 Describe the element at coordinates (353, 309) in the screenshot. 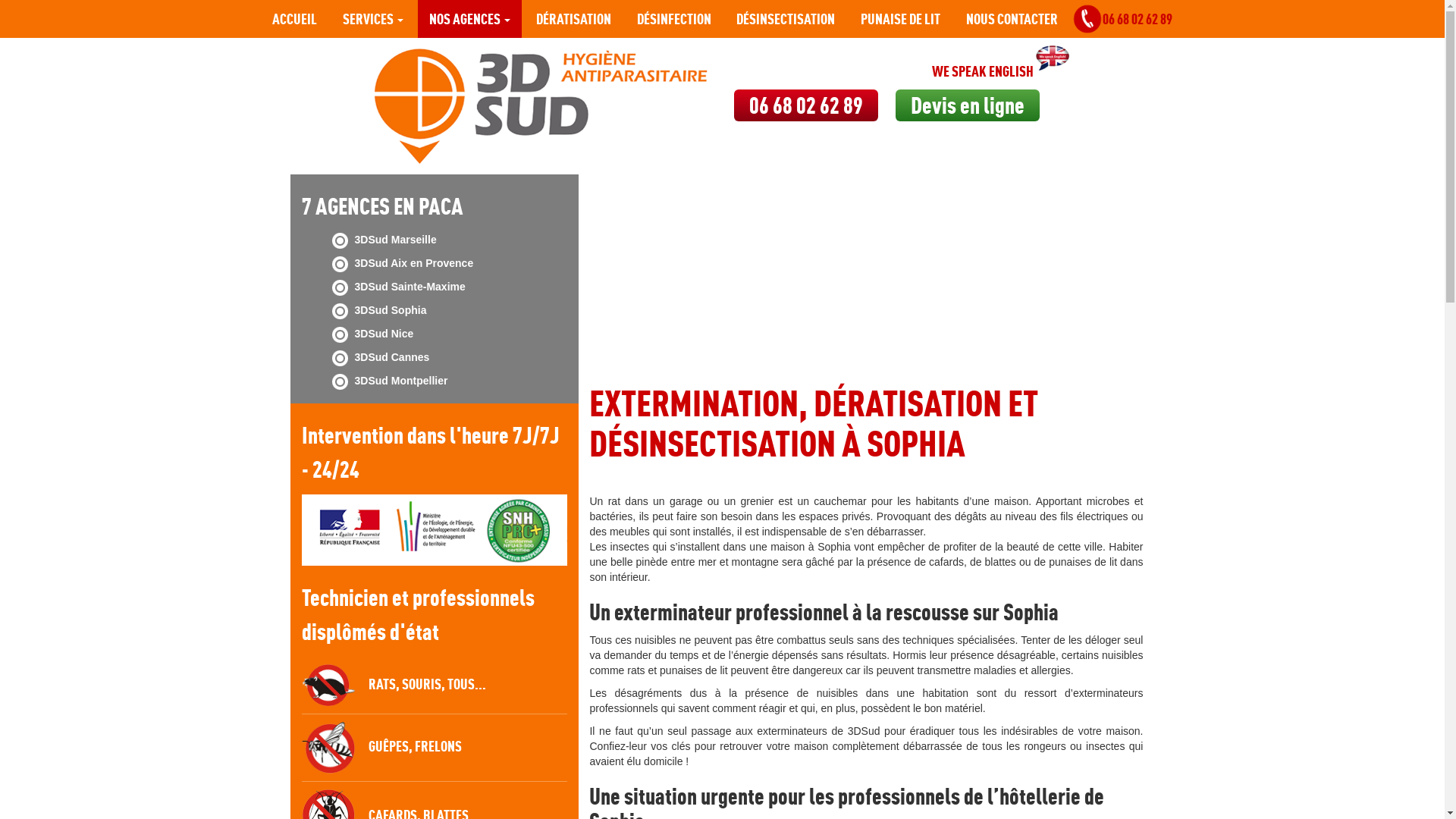

I see `'3DSud Sophia'` at that location.